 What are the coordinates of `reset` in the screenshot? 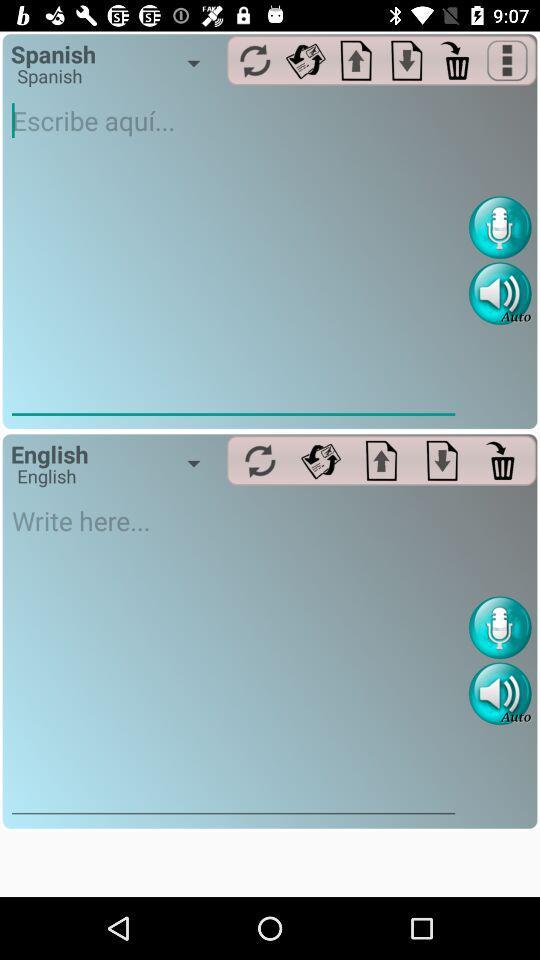 It's located at (255, 59).